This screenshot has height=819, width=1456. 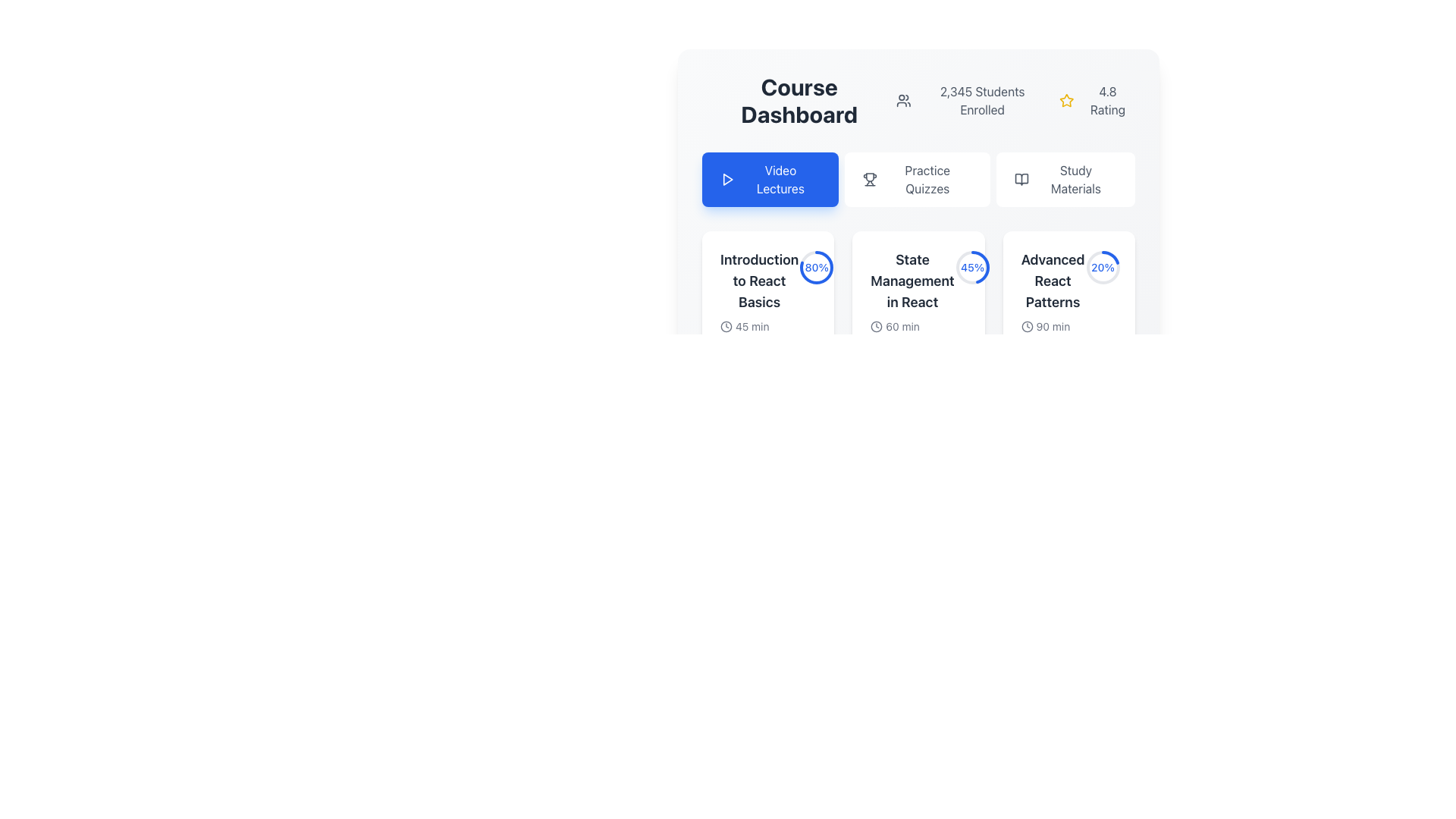 What do you see at coordinates (912, 302) in the screenshot?
I see `the Informational card located in the center column of the course layout` at bounding box center [912, 302].